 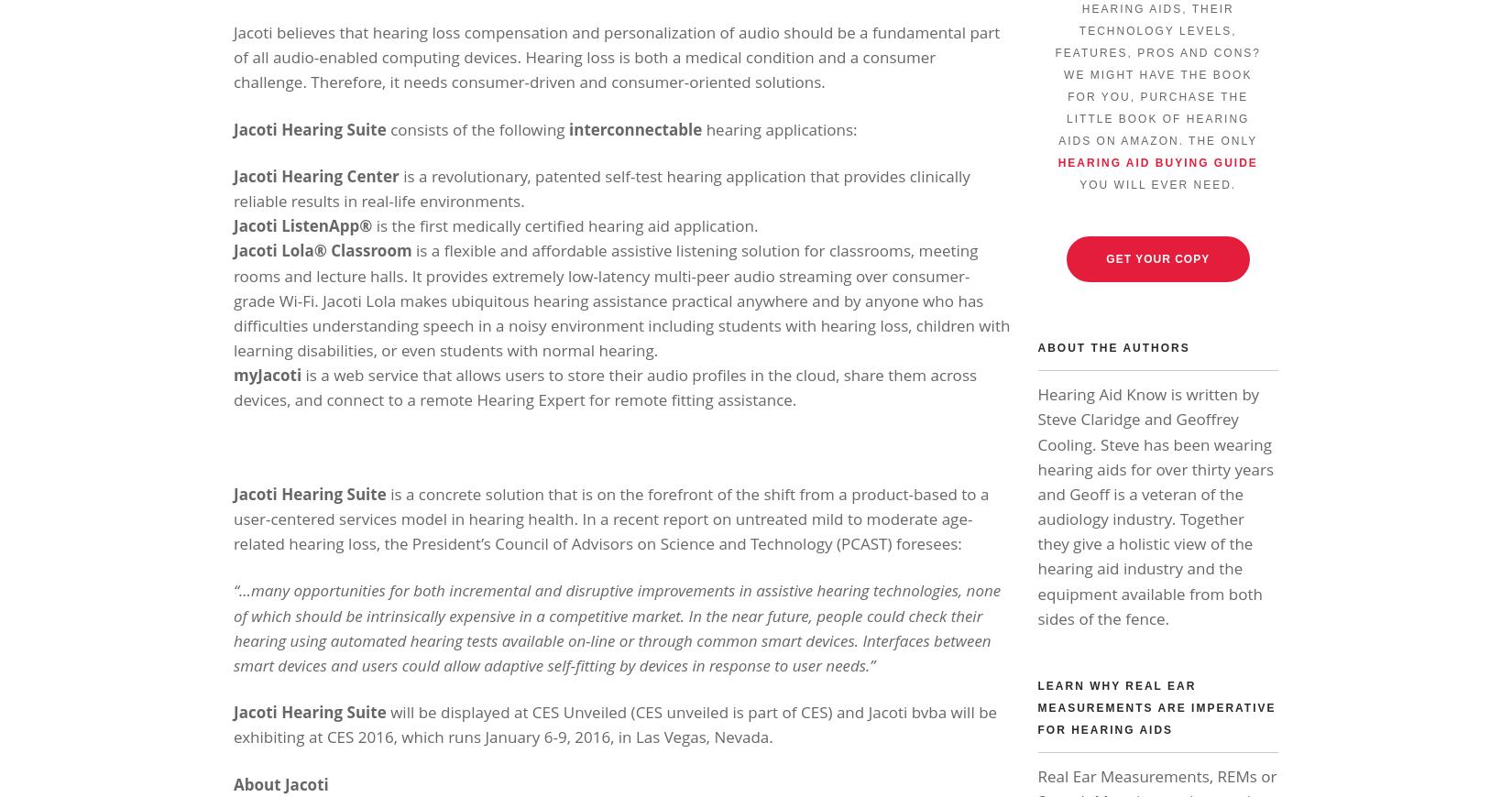 I want to click on 'will be displayed at CES Unveiled (CES unveiled is part of CES) and Jacoti bvba will be exhibiting at CES 2016, which runs', so click(x=233, y=725).